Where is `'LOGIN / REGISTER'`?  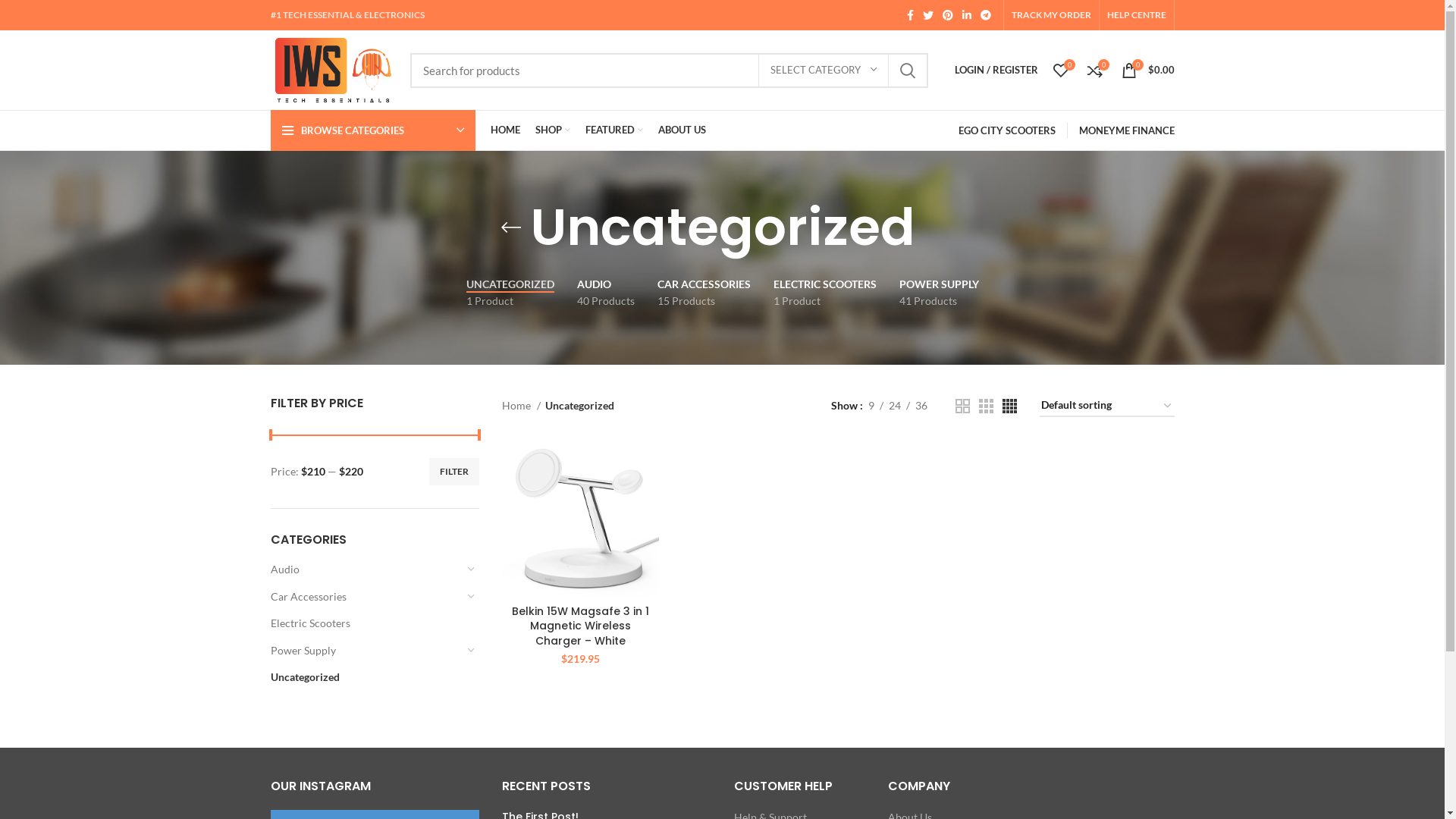
'LOGIN / REGISTER' is located at coordinates (996, 70).